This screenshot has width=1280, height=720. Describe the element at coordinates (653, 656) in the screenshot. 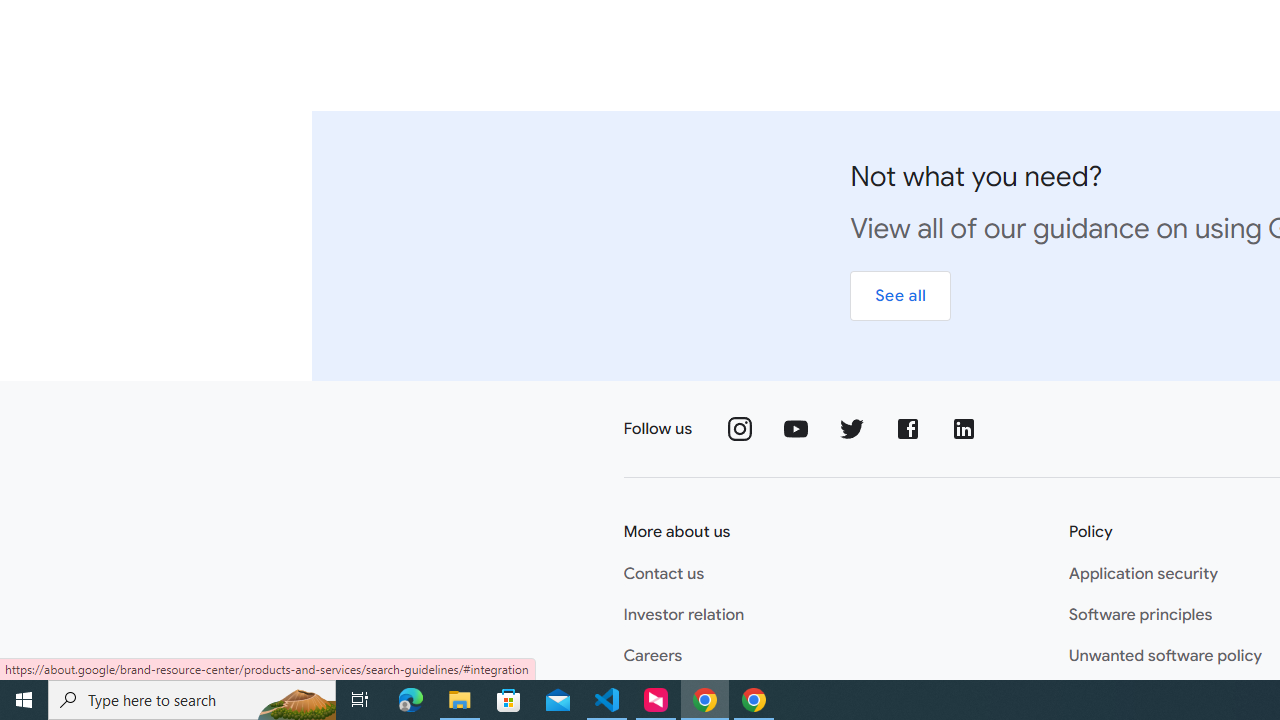

I see `'Careers'` at that location.